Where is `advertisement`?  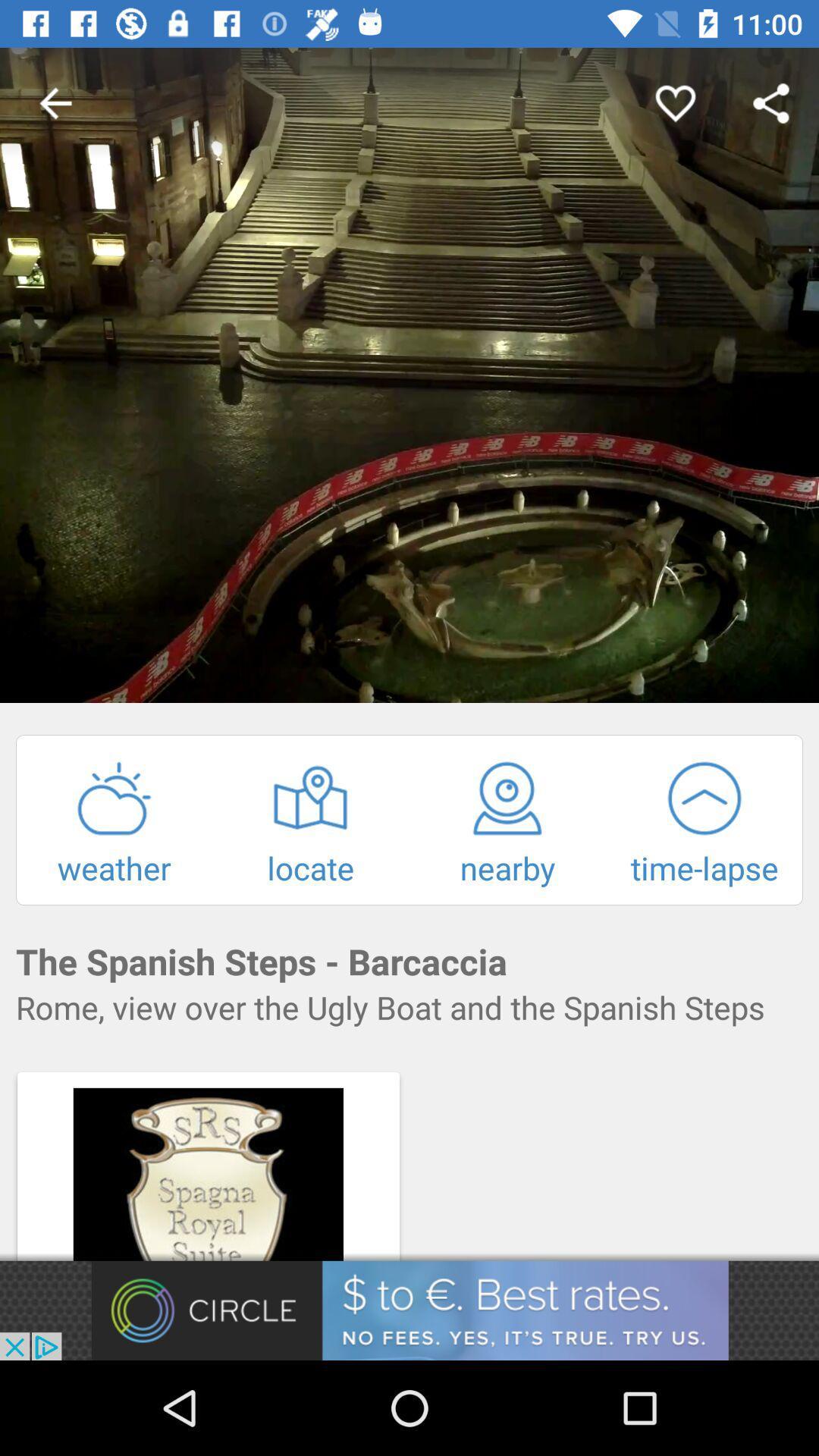
advertisement is located at coordinates (409, 1310).